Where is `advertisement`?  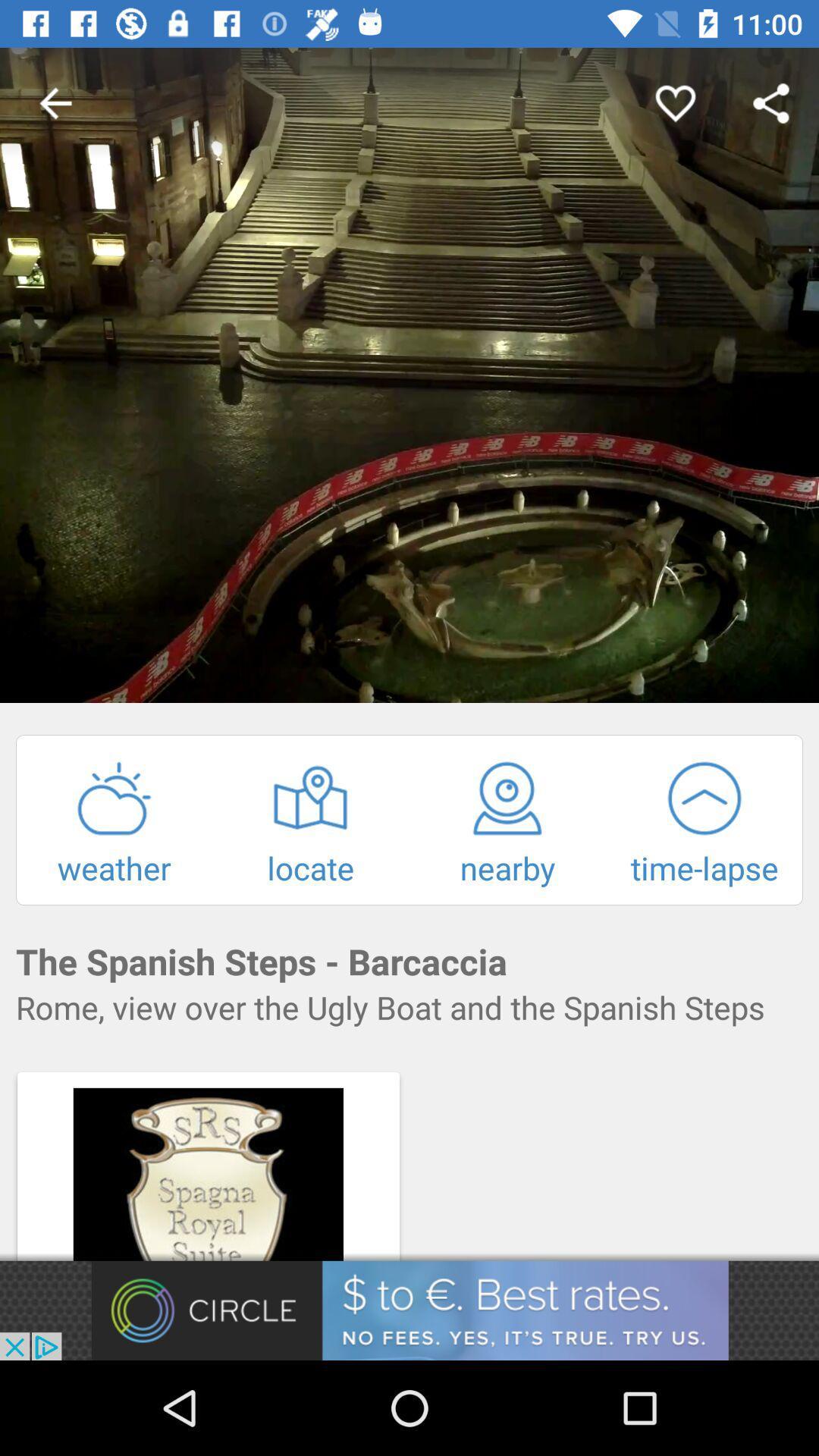
advertisement is located at coordinates (409, 1310).